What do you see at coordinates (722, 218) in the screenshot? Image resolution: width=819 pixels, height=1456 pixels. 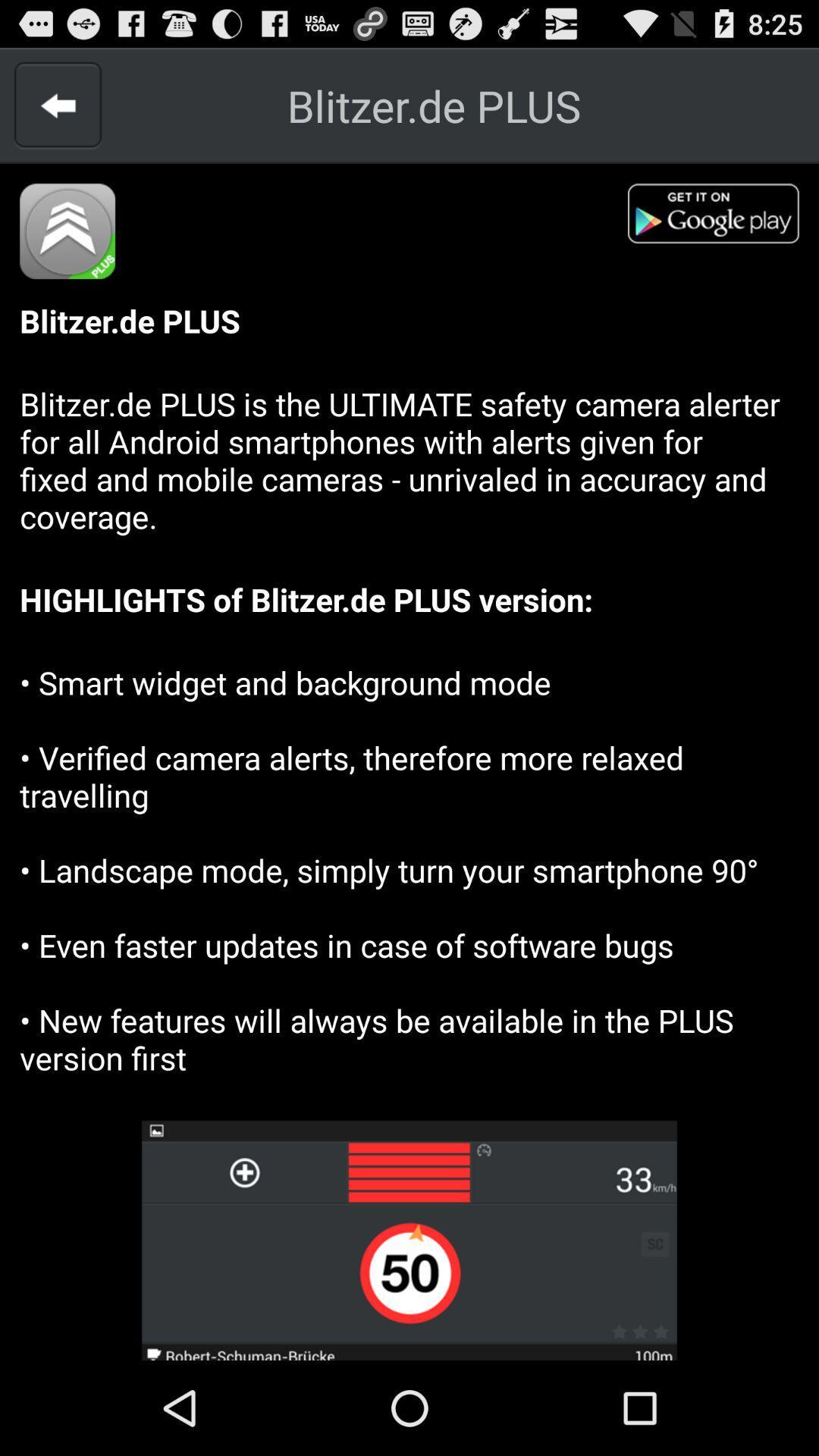 I see `google play` at bounding box center [722, 218].